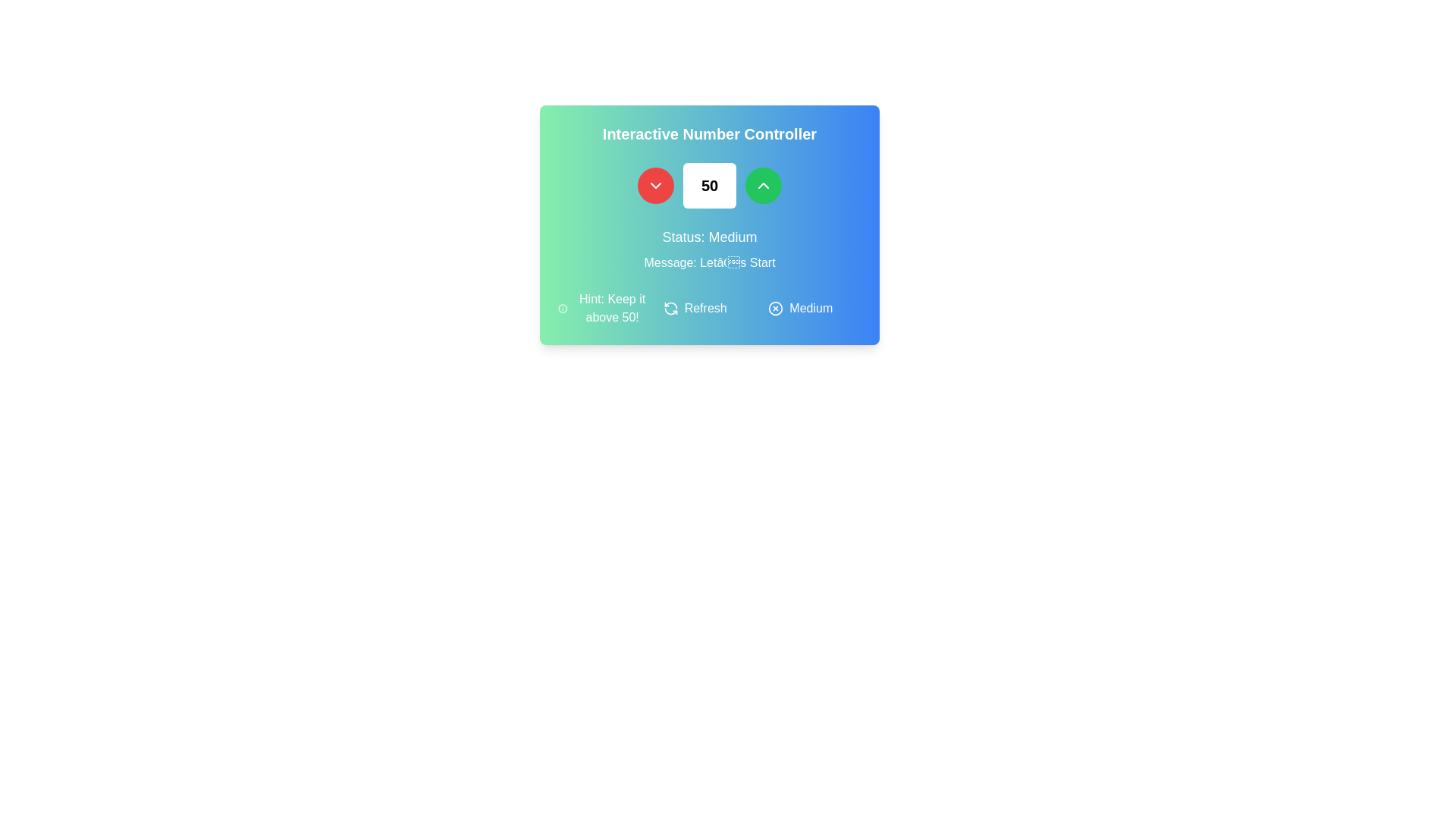 This screenshot has height=819, width=1456. I want to click on the text 'Medium' with the adjacent icon resembling a circle with an 'X', so click(814, 308).